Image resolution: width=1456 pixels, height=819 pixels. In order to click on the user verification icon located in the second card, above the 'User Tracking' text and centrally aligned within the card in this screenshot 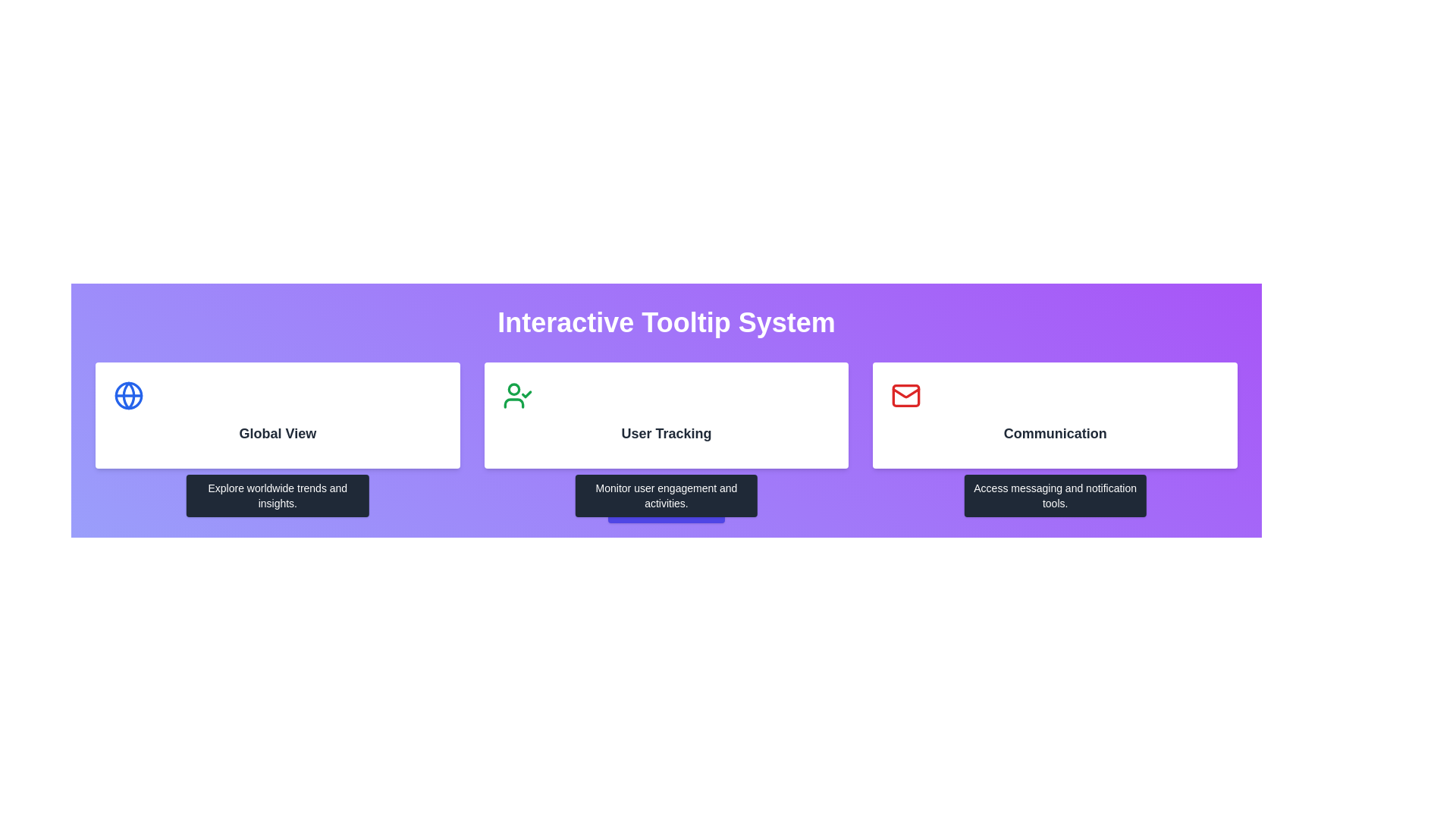, I will do `click(517, 394)`.